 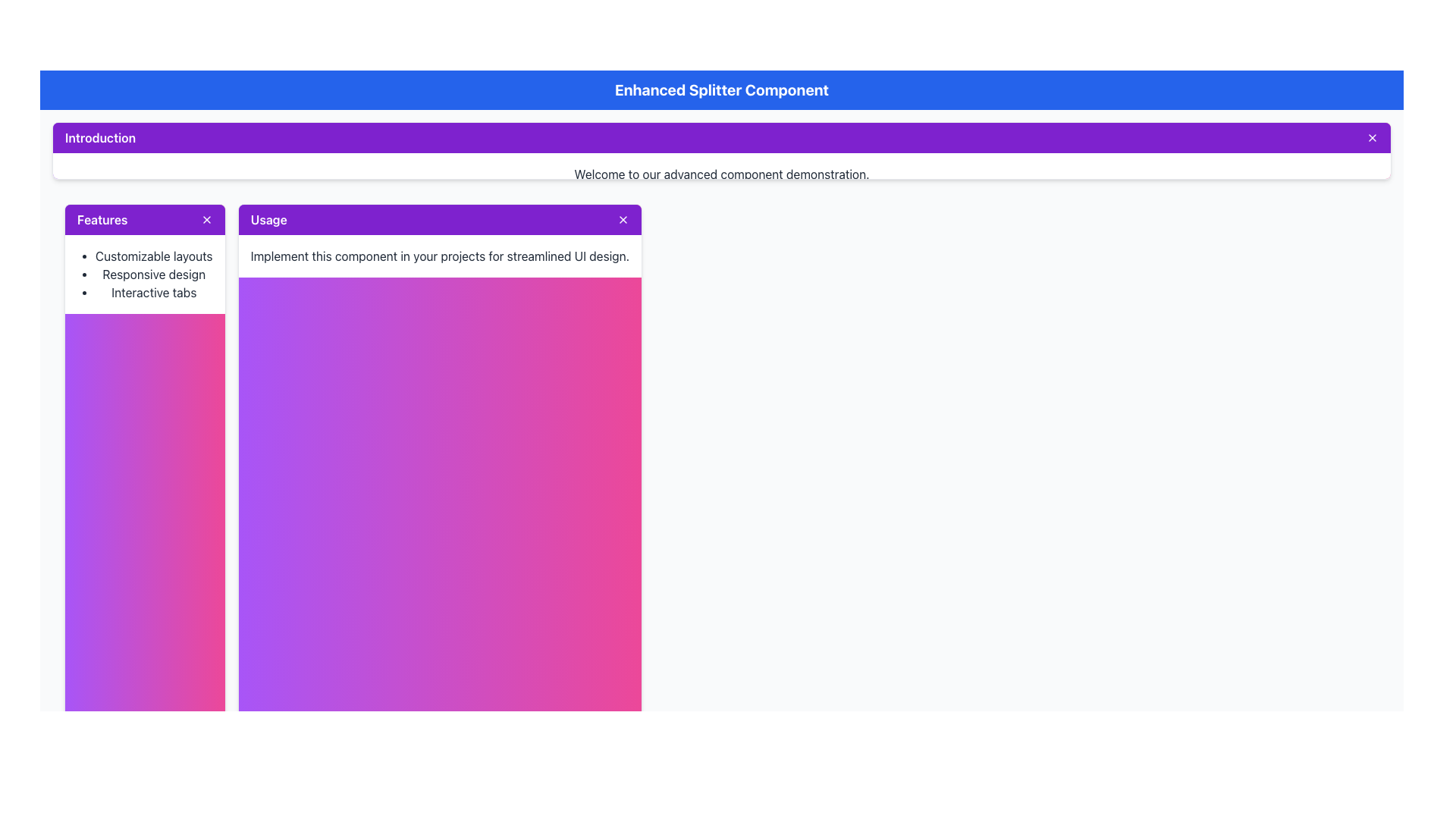 What do you see at coordinates (720, 149) in the screenshot?
I see `the header located beneath the blue banner labeled 'Enhanced Splitter Component' for navigation purposes` at bounding box center [720, 149].